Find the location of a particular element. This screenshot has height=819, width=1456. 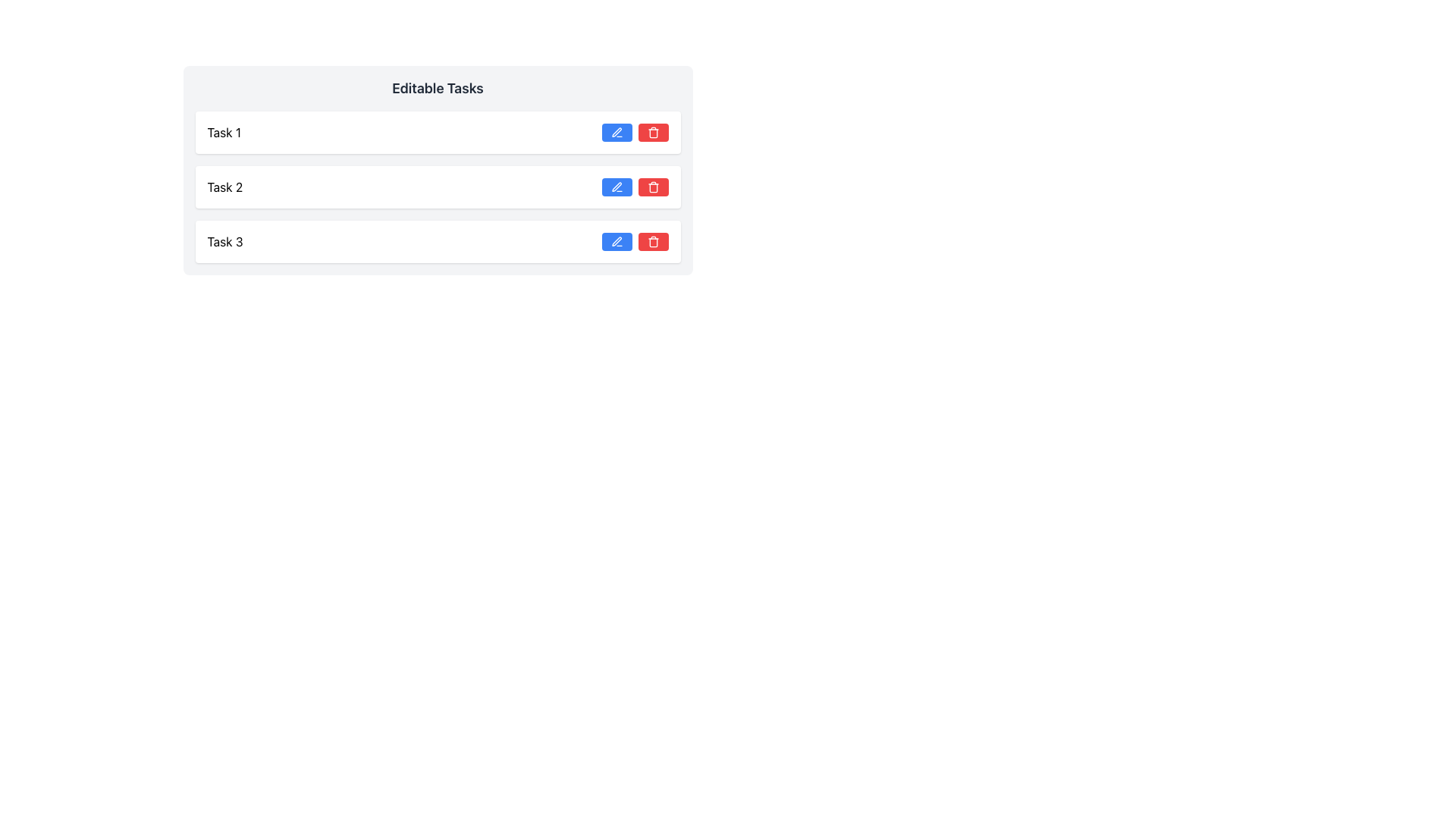

text label of the third task in the task list, which is aligned to the left under the second task item is located at coordinates (224, 241).